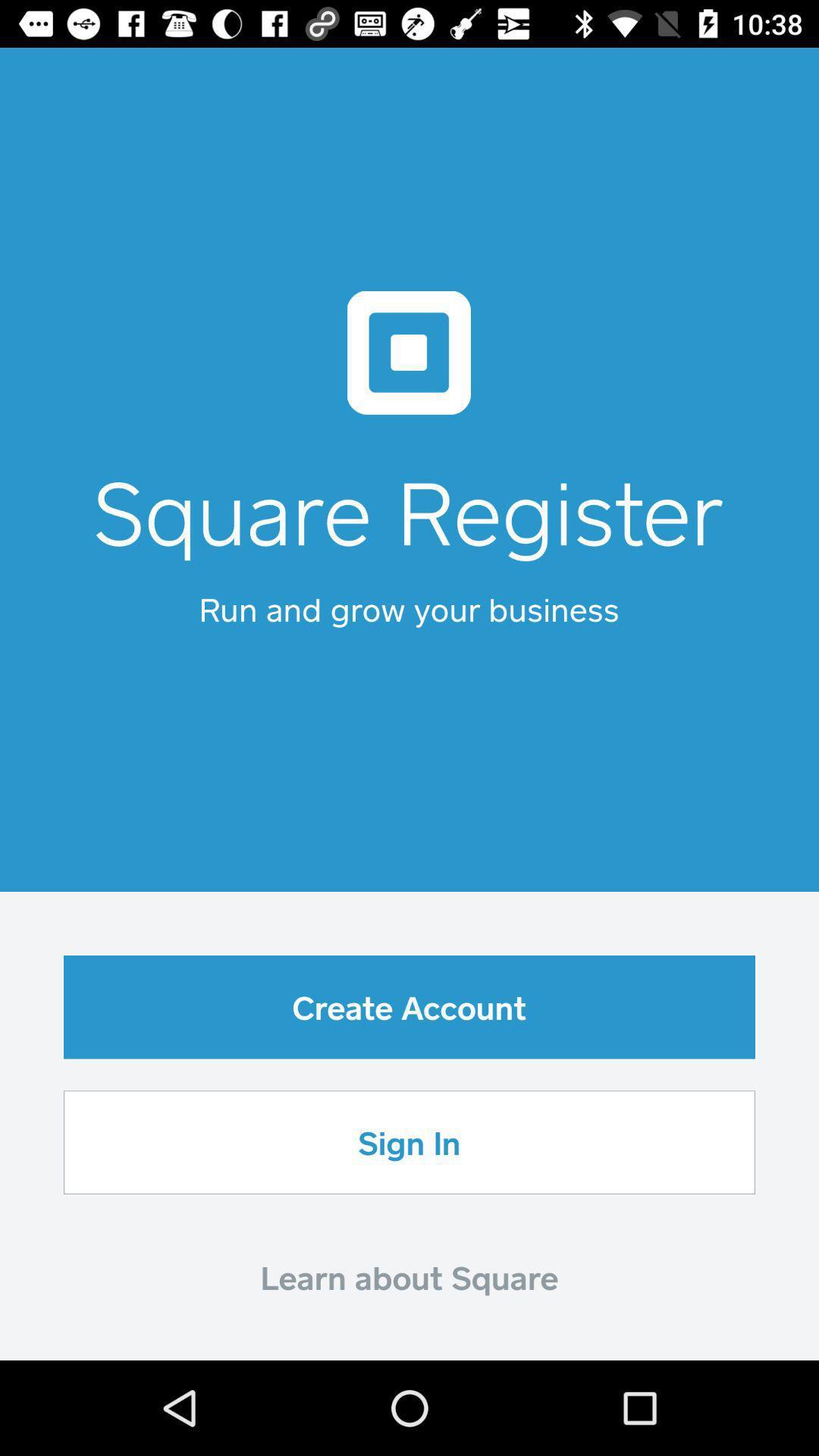 The width and height of the screenshot is (819, 1456). I want to click on sign in item, so click(409, 1142).